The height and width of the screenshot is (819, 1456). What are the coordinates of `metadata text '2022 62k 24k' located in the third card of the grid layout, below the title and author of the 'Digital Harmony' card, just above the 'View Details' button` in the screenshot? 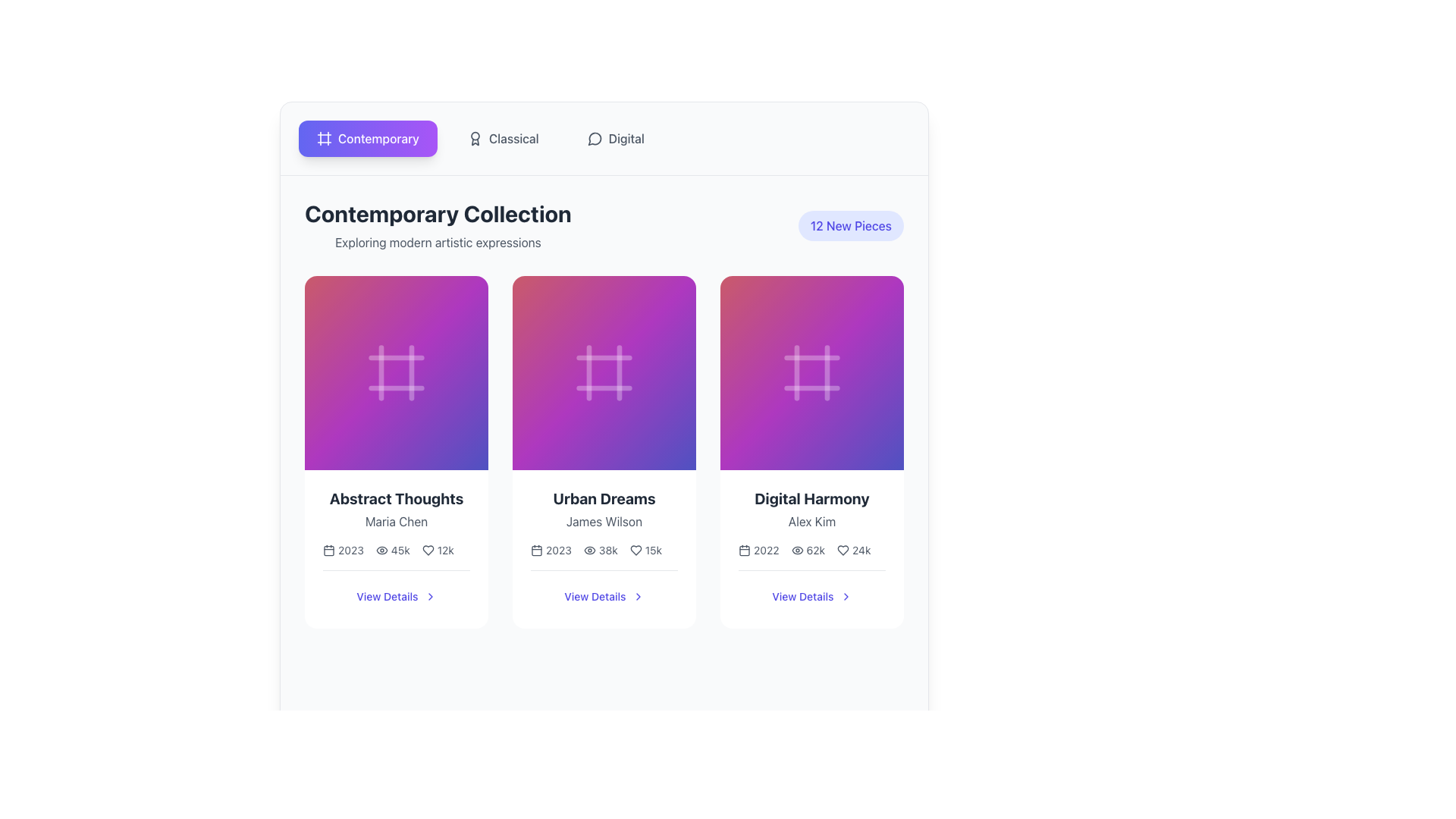 It's located at (811, 550).